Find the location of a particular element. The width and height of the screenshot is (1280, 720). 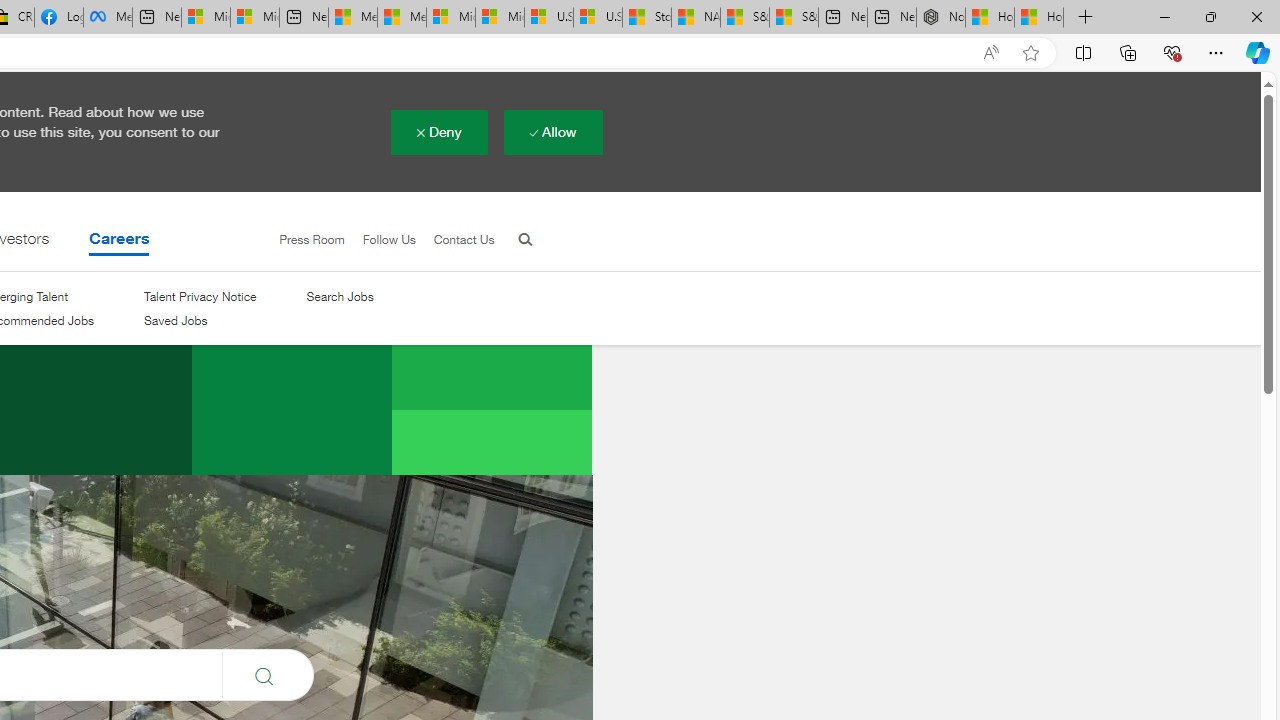

'Talent Privacy Notice' is located at coordinates (200, 297).